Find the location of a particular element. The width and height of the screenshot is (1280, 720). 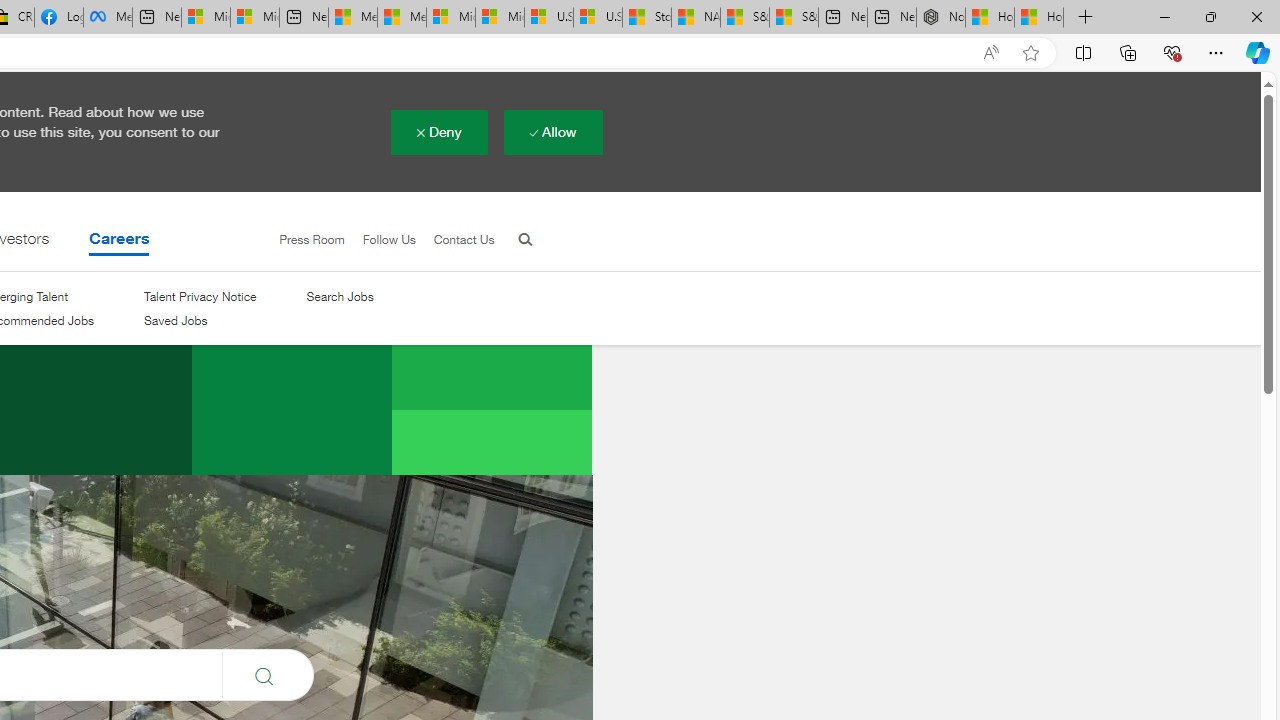

'Talent Privacy Notice' is located at coordinates (200, 297).